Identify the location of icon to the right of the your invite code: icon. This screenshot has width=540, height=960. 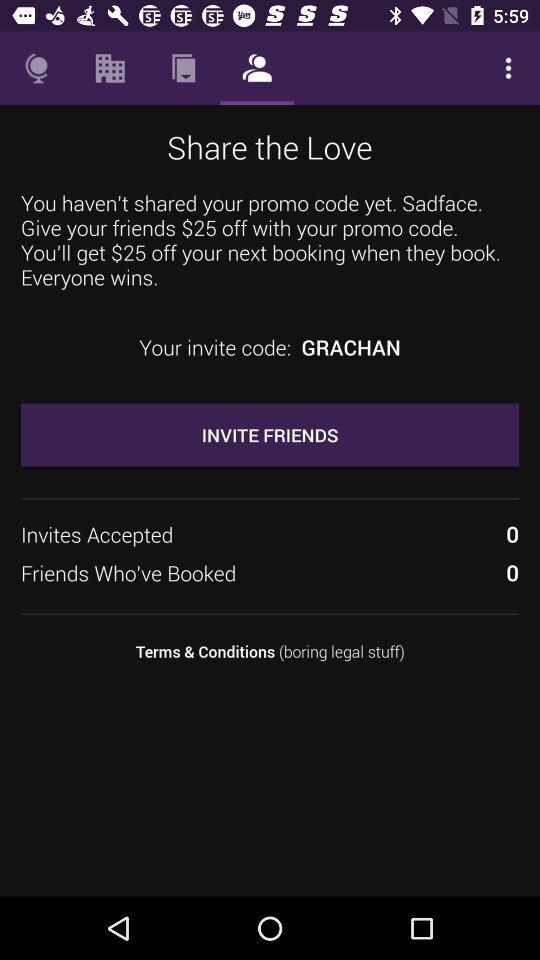
(350, 347).